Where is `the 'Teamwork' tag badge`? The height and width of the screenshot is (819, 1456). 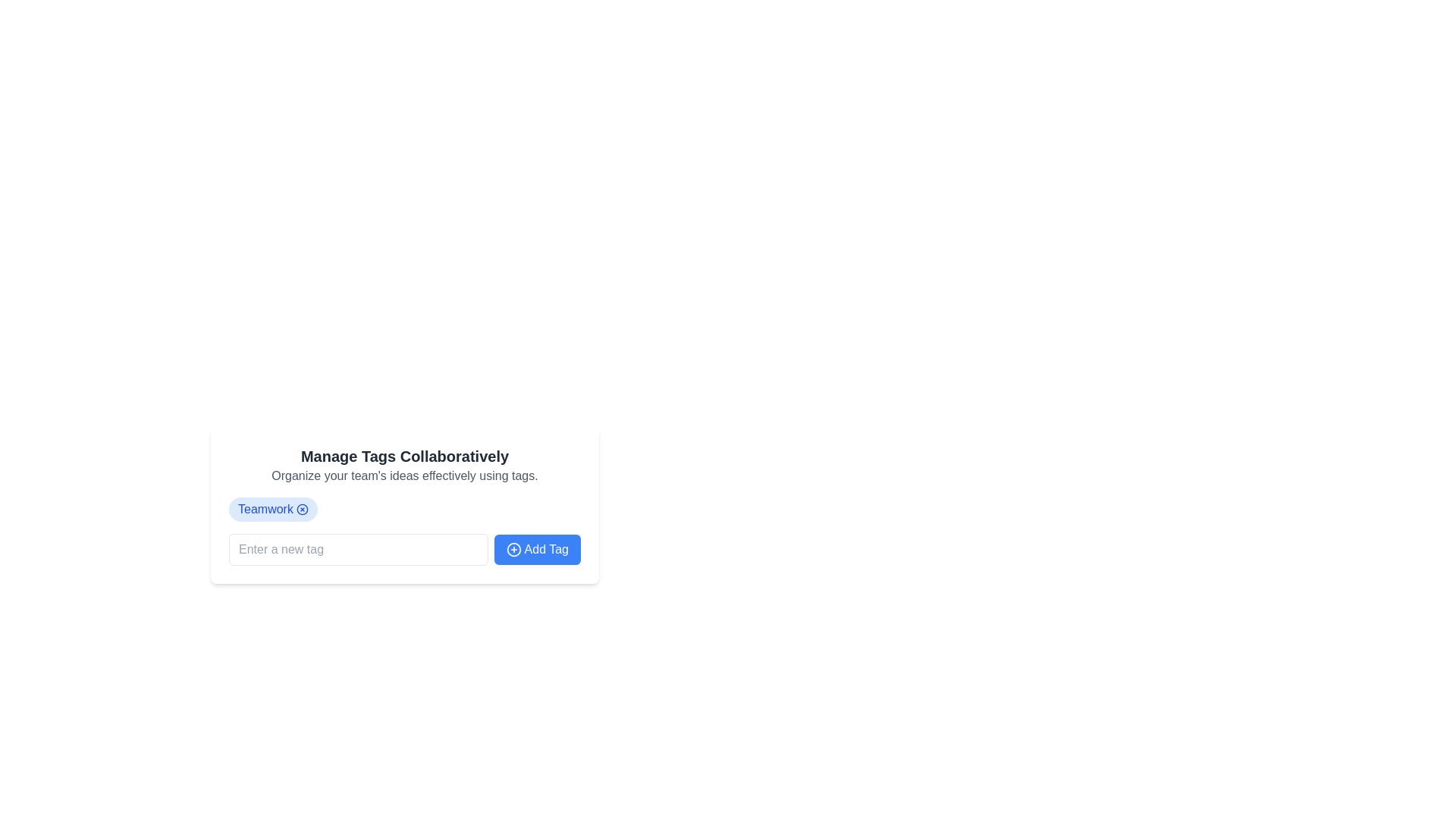 the 'Teamwork' tag badge is located at coordinates (273, 509).